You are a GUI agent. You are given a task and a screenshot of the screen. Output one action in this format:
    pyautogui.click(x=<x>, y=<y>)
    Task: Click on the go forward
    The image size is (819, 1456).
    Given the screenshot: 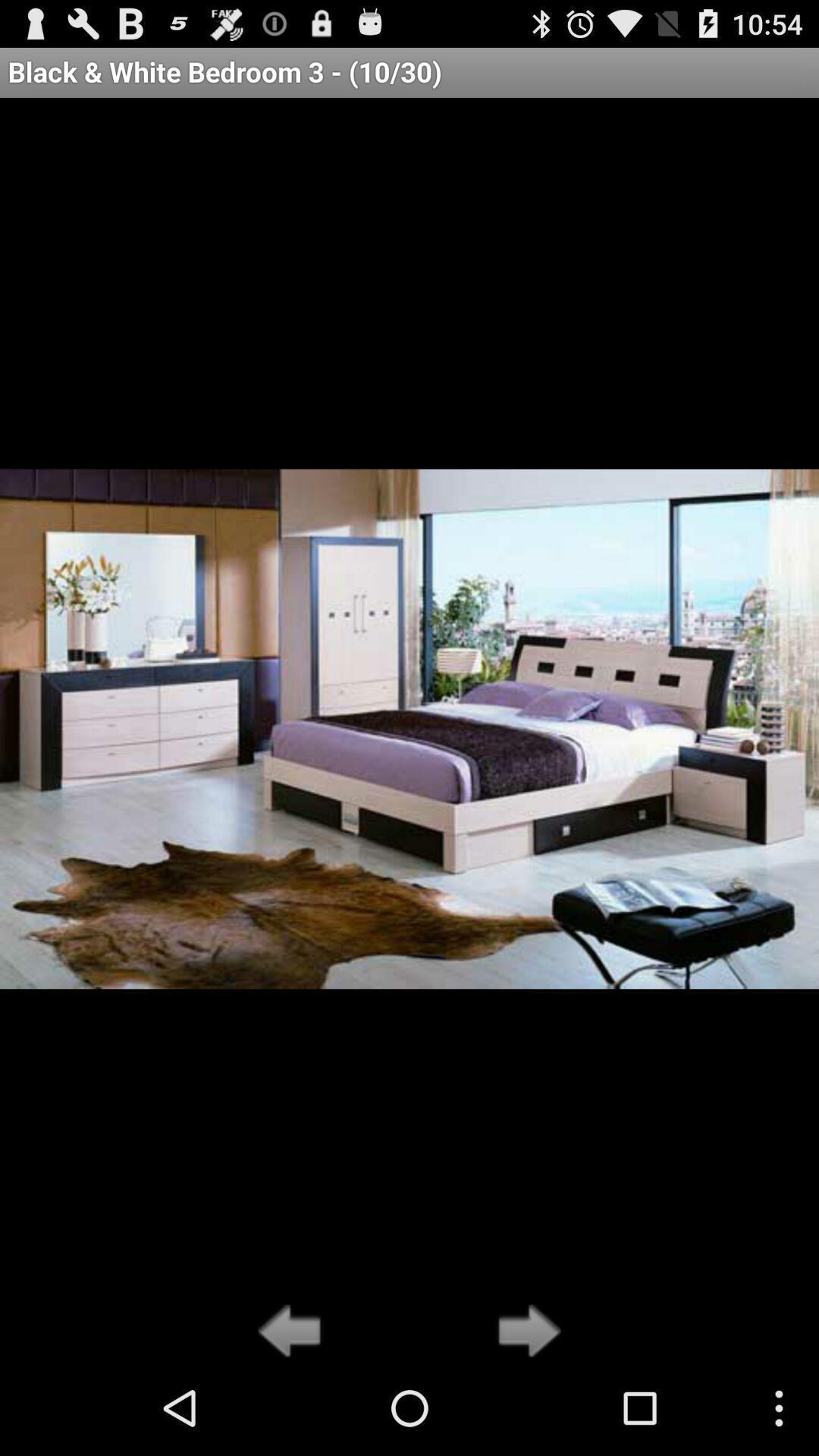 What is the action you would take?
    pyautogui.click(x=524, y=1332)
    